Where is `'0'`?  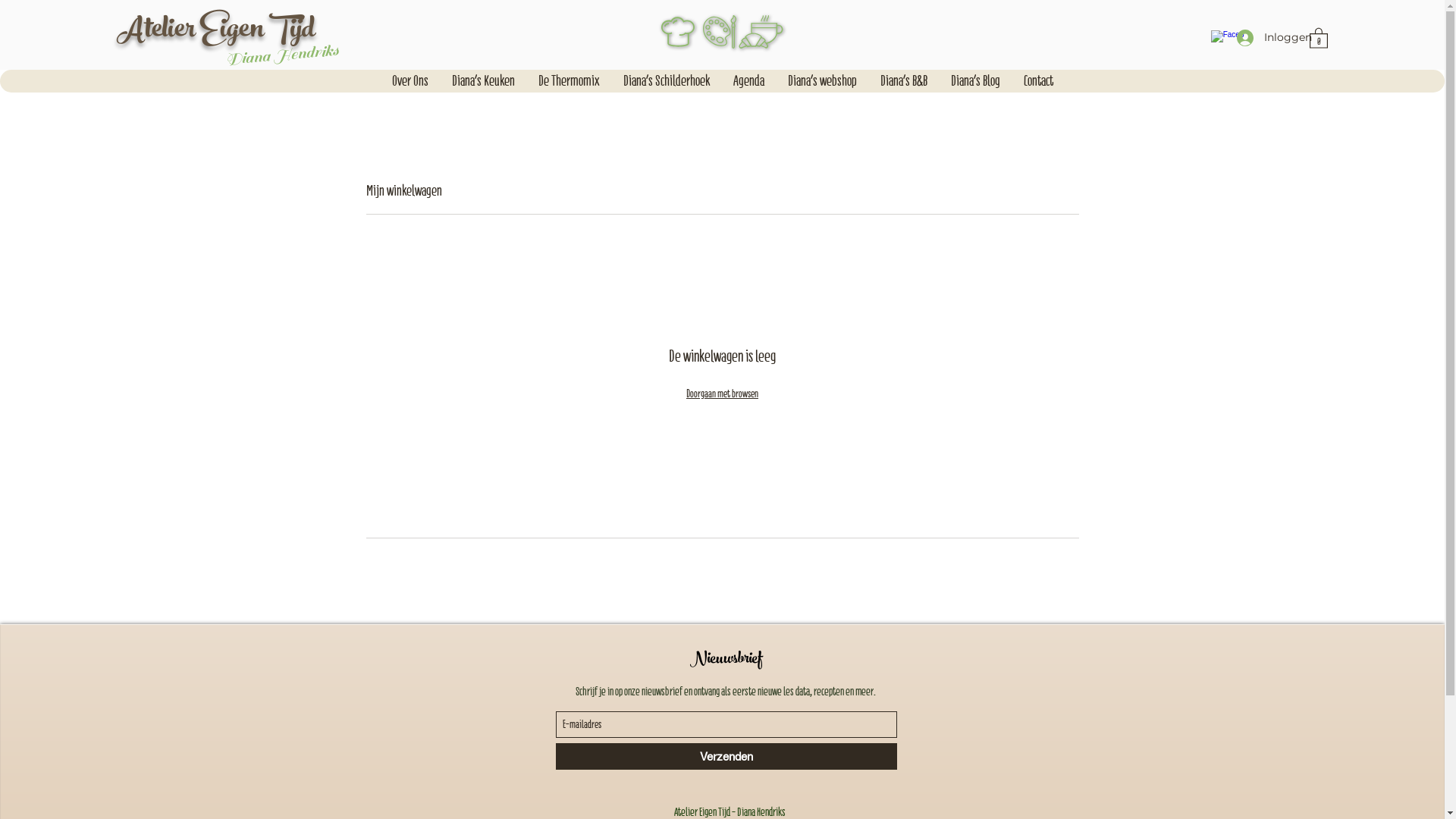
'0' is located at coordinates (1309, 36).